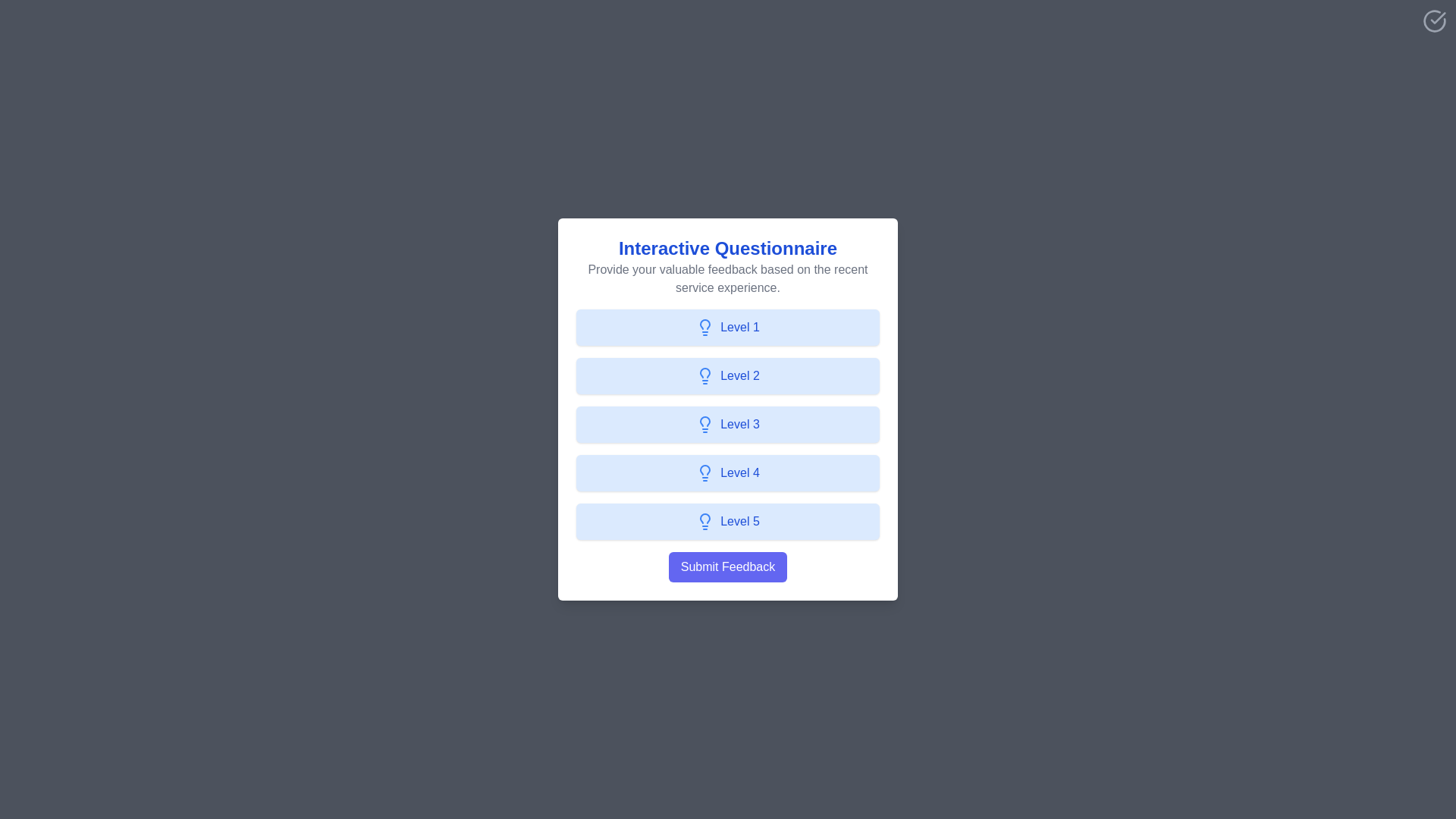  I want to click on the feedback level button labeled Level 4, so click(728, 472).